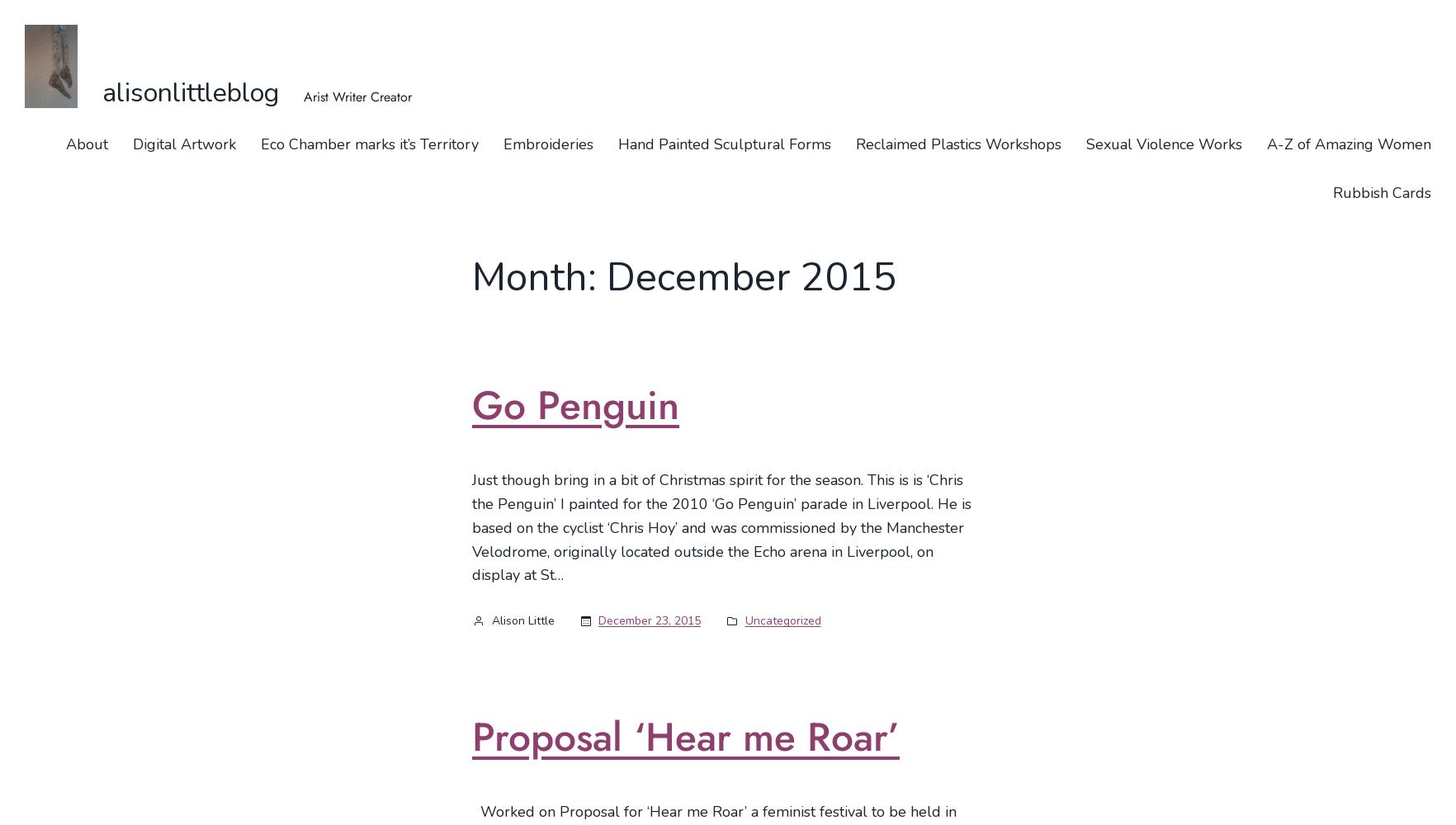 This screenshot has width=1456, height=825. I want to click on 'Digital Artwork', so click(184, 144).